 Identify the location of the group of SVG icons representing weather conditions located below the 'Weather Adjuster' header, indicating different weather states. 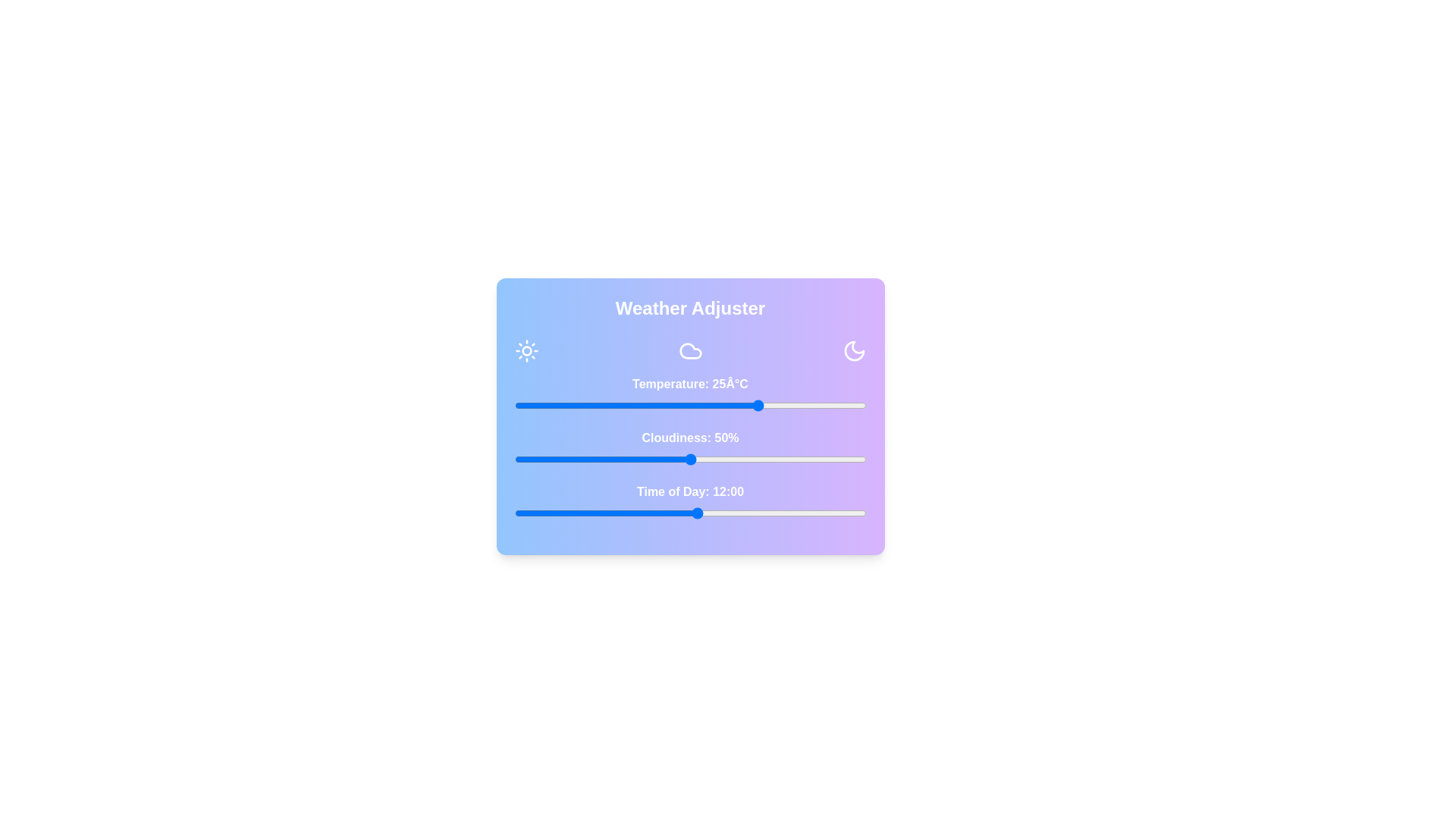
(689, 350).